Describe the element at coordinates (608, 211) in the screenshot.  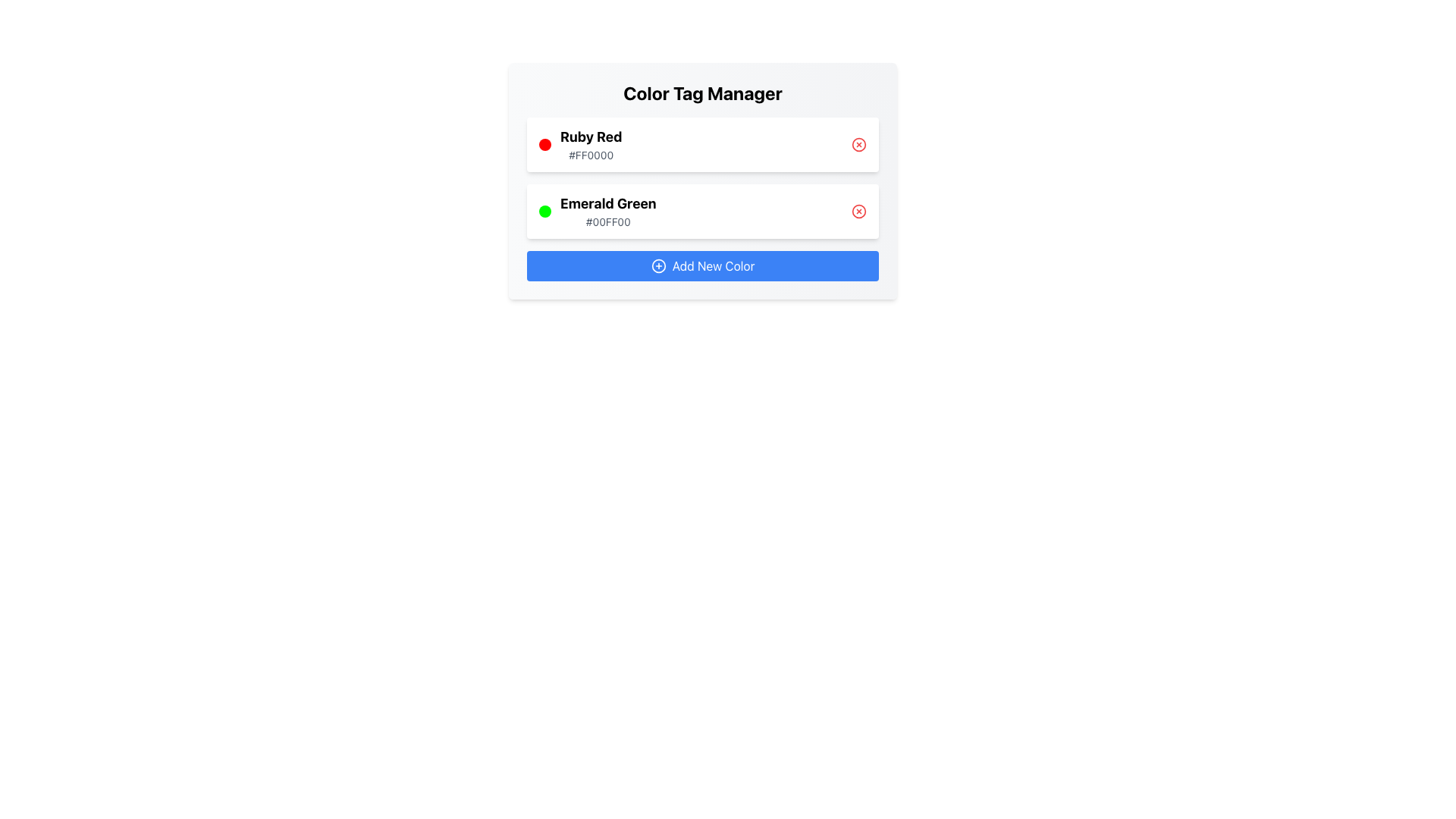
I see `contents of the text label displaying 'Emerald Green' and its corresponding color code '#00FF00', which is located in the middle of the second row of color tags` at that location.